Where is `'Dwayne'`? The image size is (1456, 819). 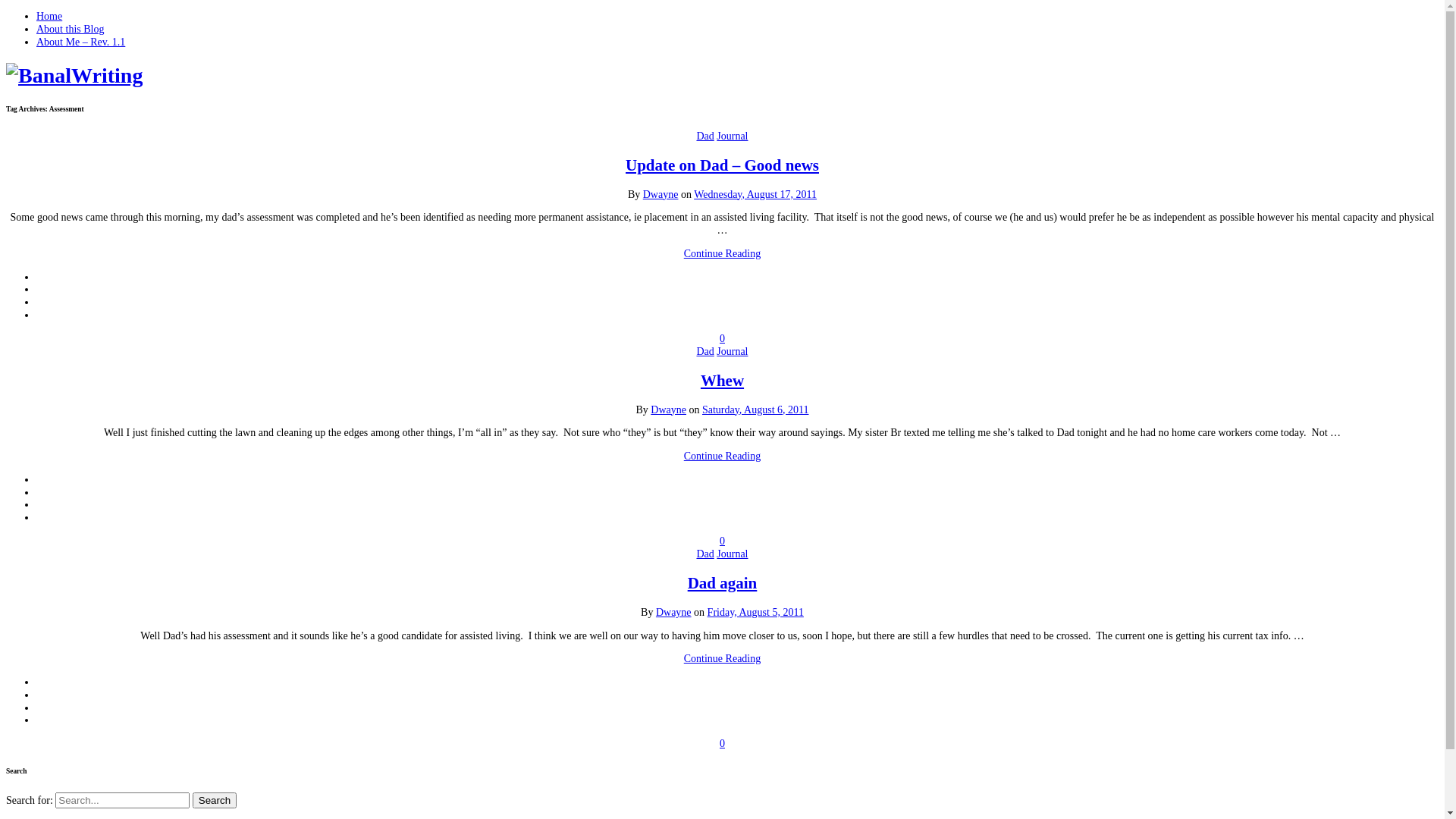
'Dwayne' is located at coordinates (661, 193).